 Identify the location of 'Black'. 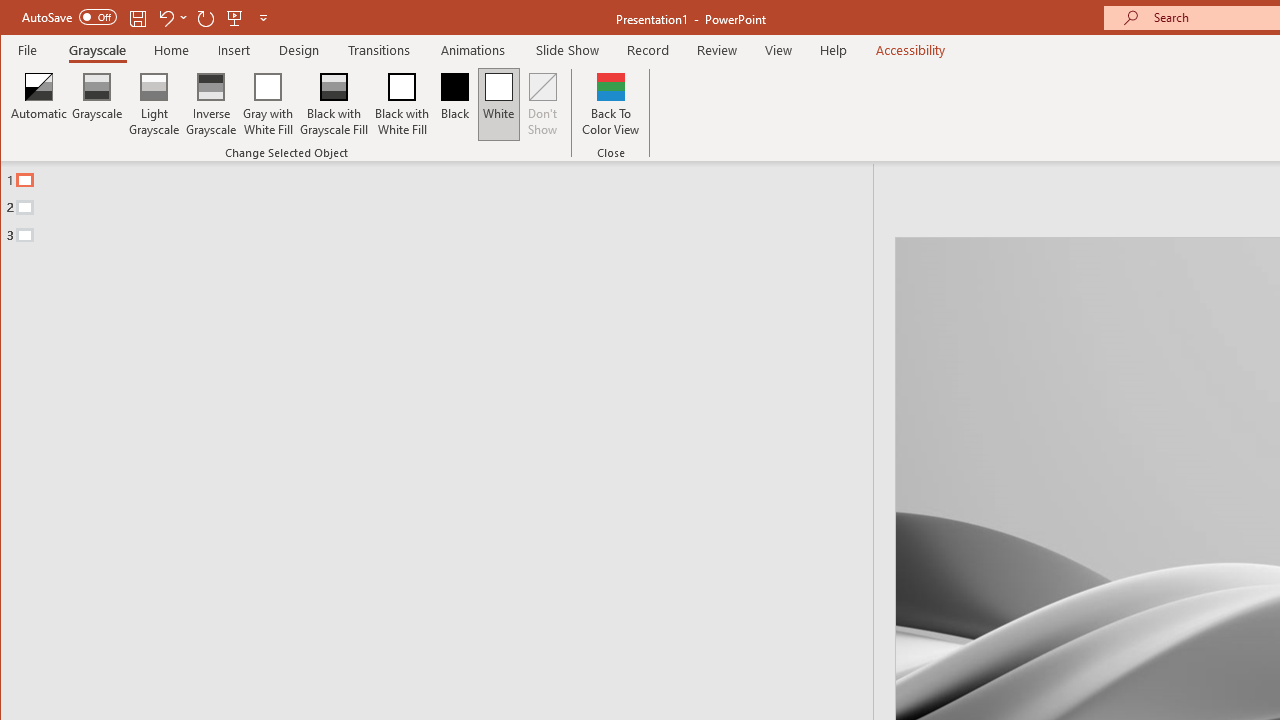
(454, 104).